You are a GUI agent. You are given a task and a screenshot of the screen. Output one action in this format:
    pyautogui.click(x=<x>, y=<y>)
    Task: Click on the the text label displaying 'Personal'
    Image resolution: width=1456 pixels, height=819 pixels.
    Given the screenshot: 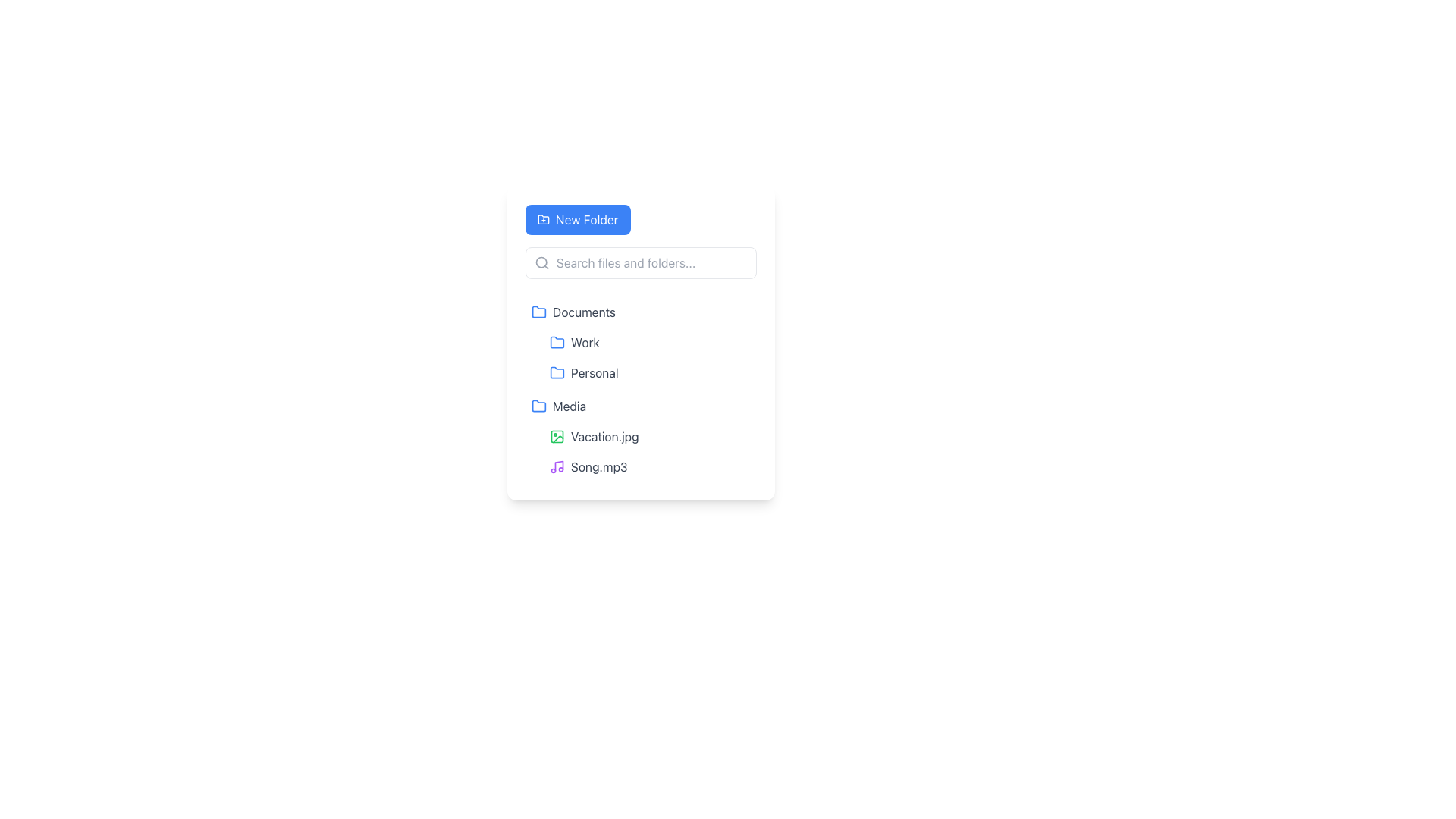 What is the action you would take?
    pyautogui.click(x=593, y=373)
    